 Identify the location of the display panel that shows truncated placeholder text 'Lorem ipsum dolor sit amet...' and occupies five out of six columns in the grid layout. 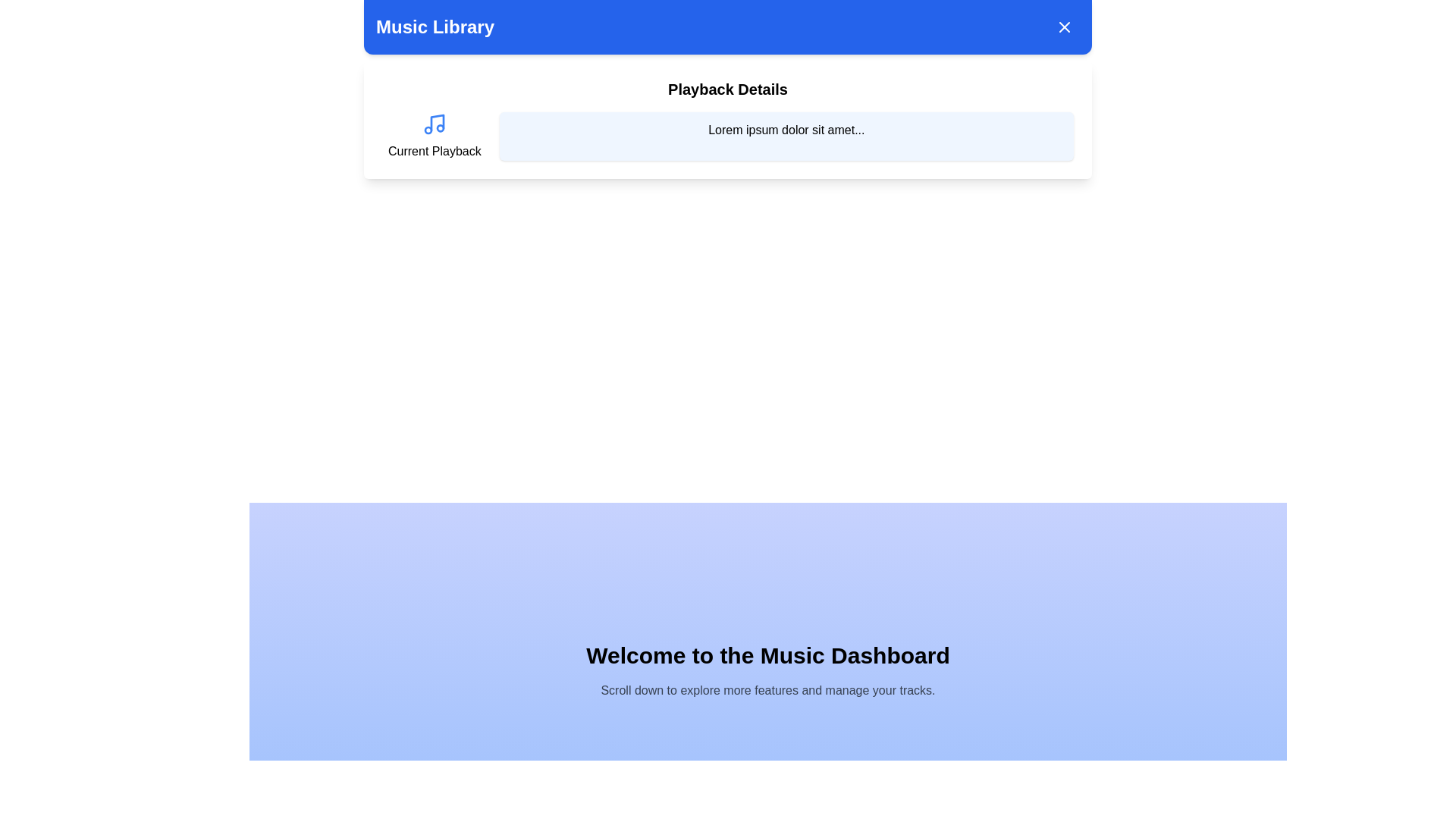
(786, 136).